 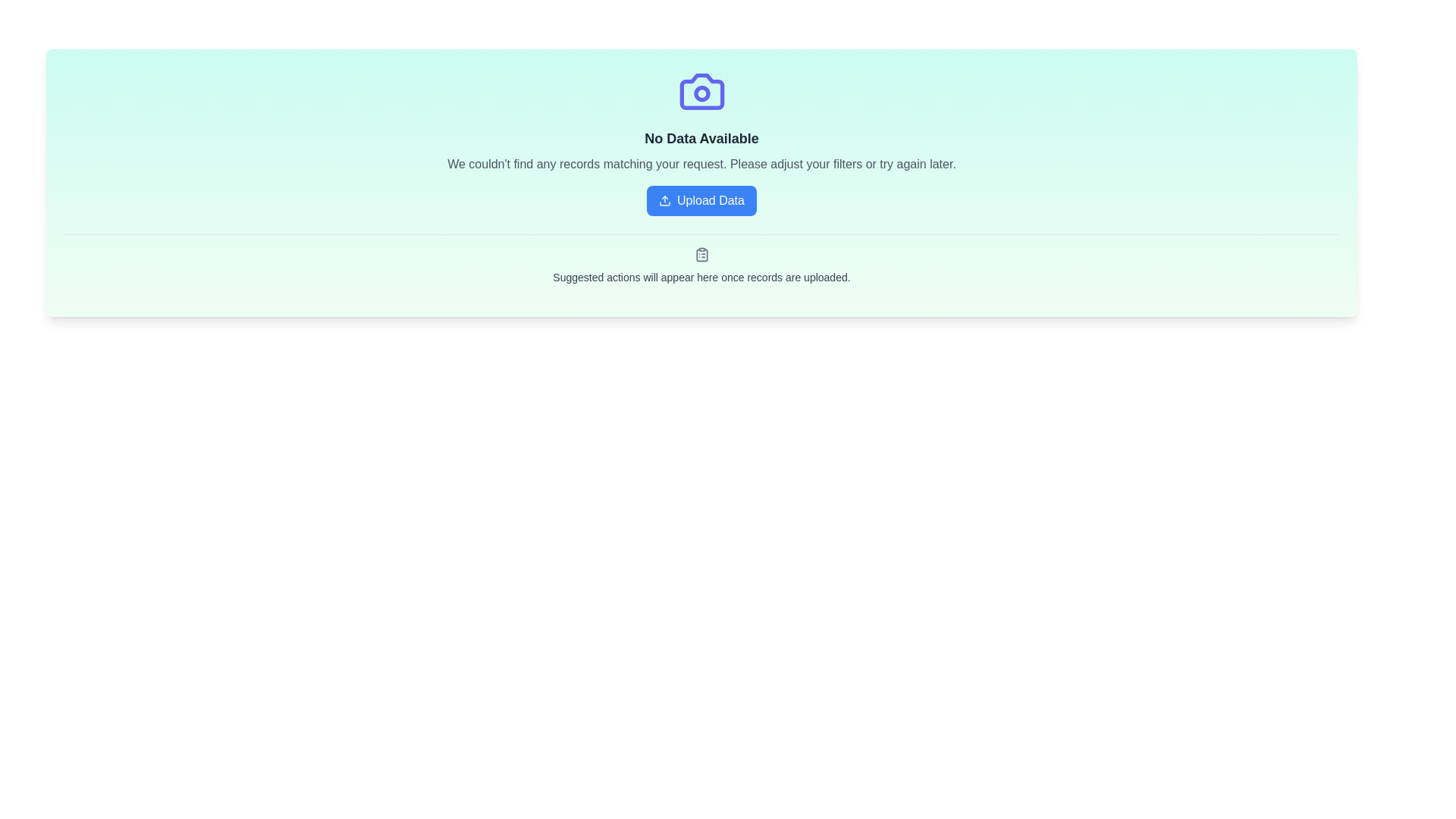 What do you see at coordinates (701, 164) in the screenshot?
I see `the text label that displays the message: 'We couldn't find any records matching your request. Please adjust your filters or try again later,' which is styled in gray and positioned below the title 'No Data Available.'` at bounding box center [701, 164].